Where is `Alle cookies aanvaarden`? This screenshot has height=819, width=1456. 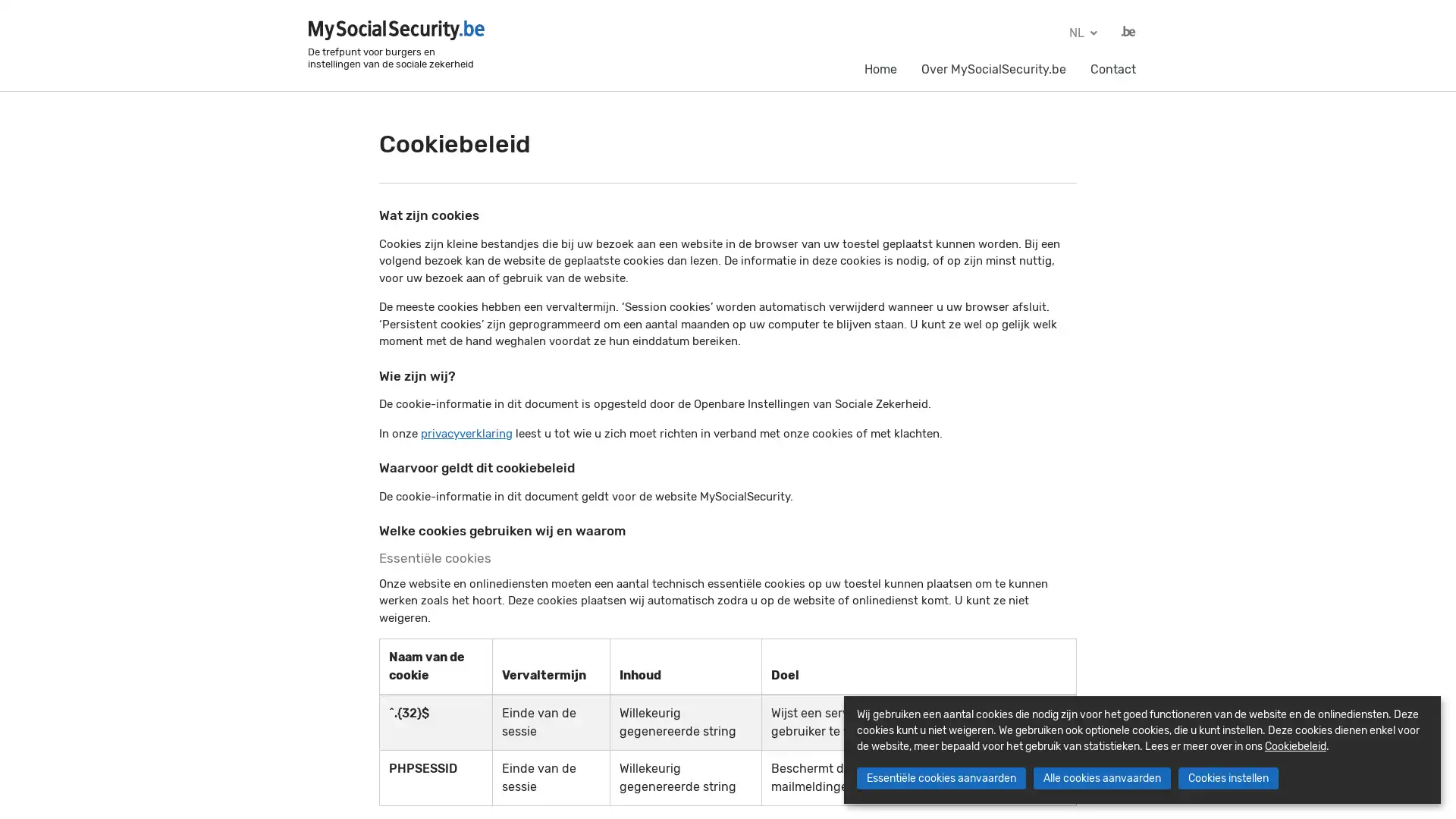
Alle cookies aanvaarden is located at coordinates (1101, 778).